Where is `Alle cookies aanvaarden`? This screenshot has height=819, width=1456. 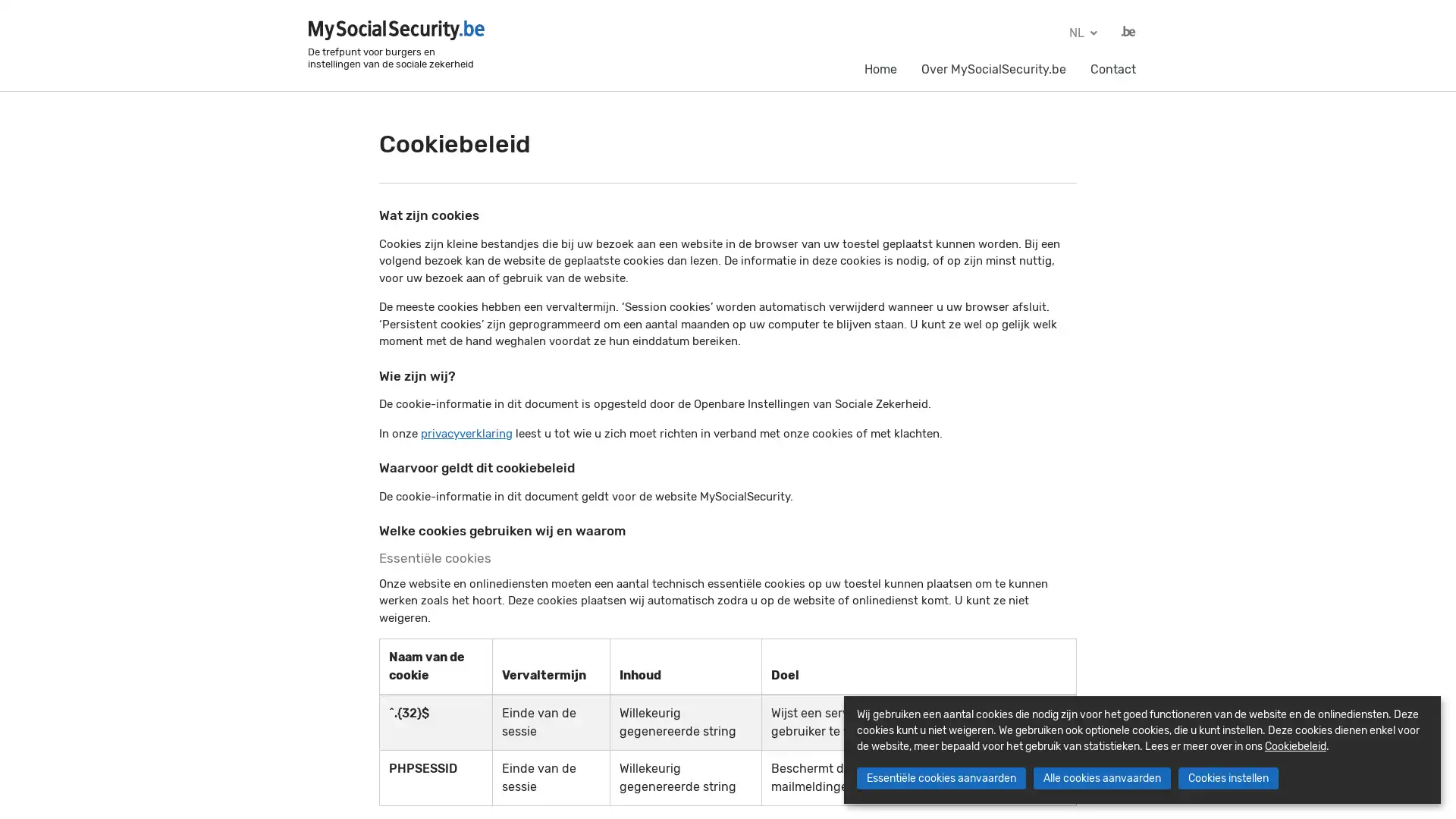
Alle cookies aanvaarden is located at coordinates (1101, 778).